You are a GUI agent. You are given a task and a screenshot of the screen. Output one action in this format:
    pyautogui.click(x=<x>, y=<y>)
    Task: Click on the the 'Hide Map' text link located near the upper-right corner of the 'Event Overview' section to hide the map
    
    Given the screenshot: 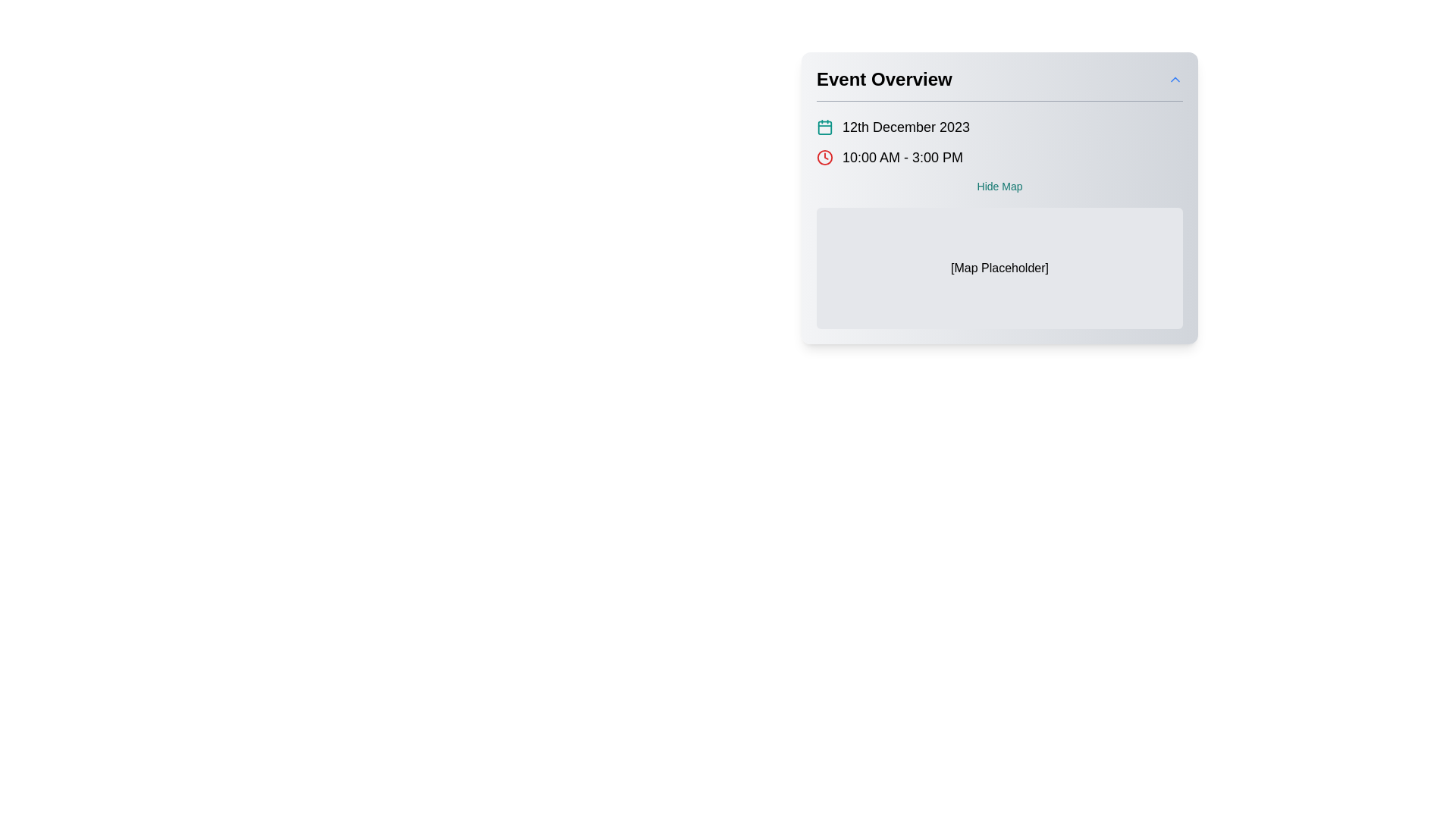 What is the action you would take?
    pyautogui.click(x=999, y=186)
    